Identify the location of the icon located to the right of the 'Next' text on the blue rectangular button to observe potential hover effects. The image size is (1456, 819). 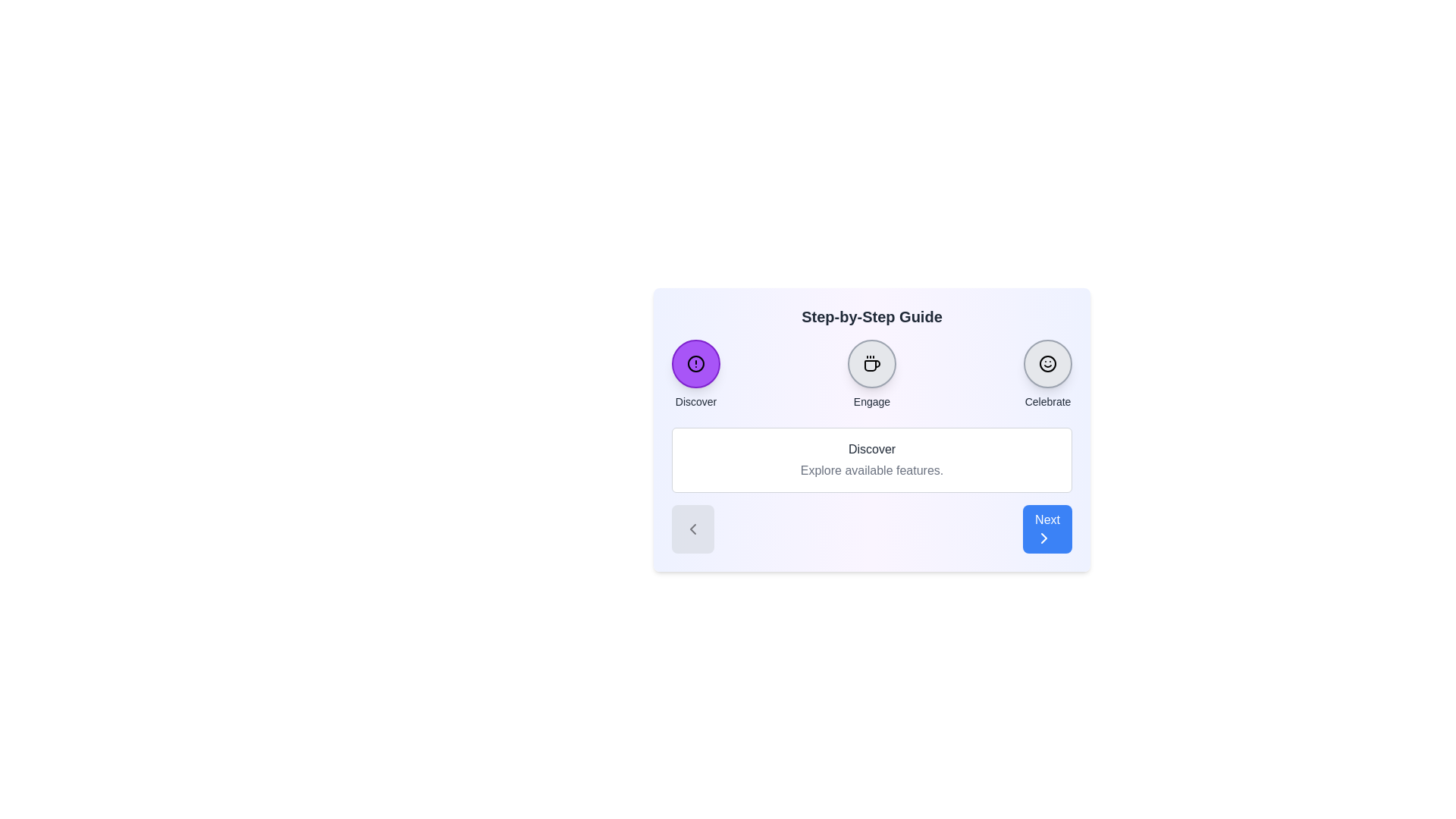
(1043, 537).